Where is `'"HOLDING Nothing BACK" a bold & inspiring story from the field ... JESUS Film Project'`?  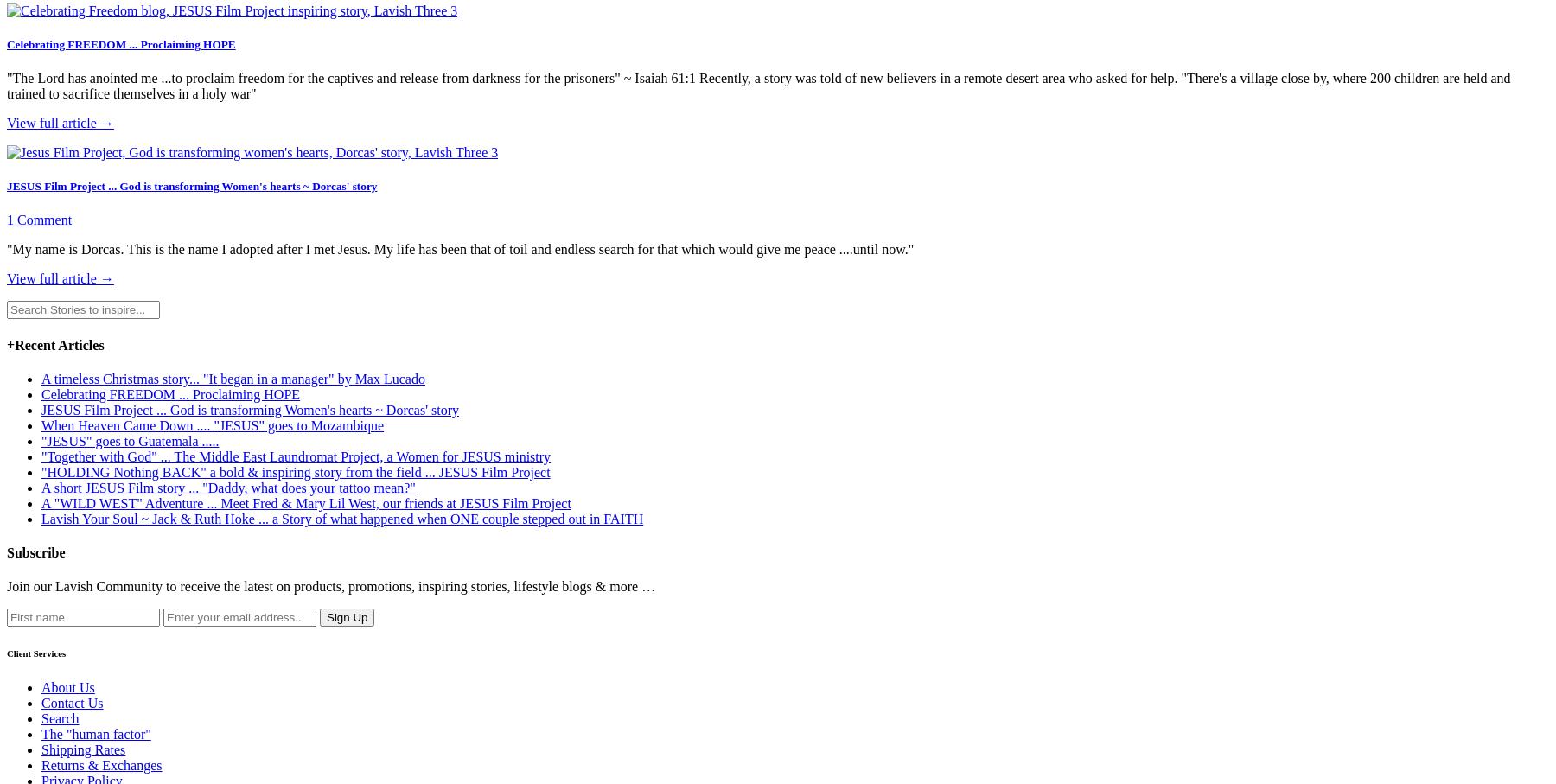
'"HOLDING Nothing BACK" a bold & inspiring story from the field ... JESUS Film Project' is located at coordinates (296, 471).